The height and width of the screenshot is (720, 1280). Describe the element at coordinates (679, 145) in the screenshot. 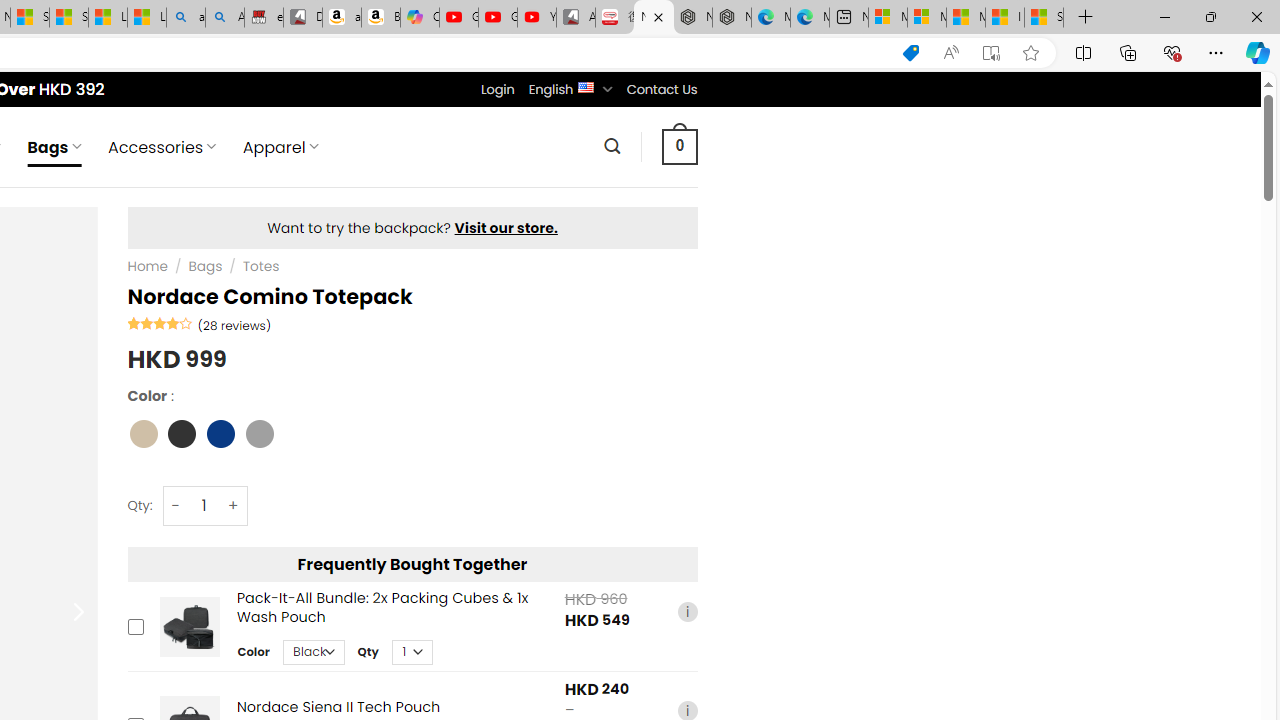

I see `'  0  '` at that location.